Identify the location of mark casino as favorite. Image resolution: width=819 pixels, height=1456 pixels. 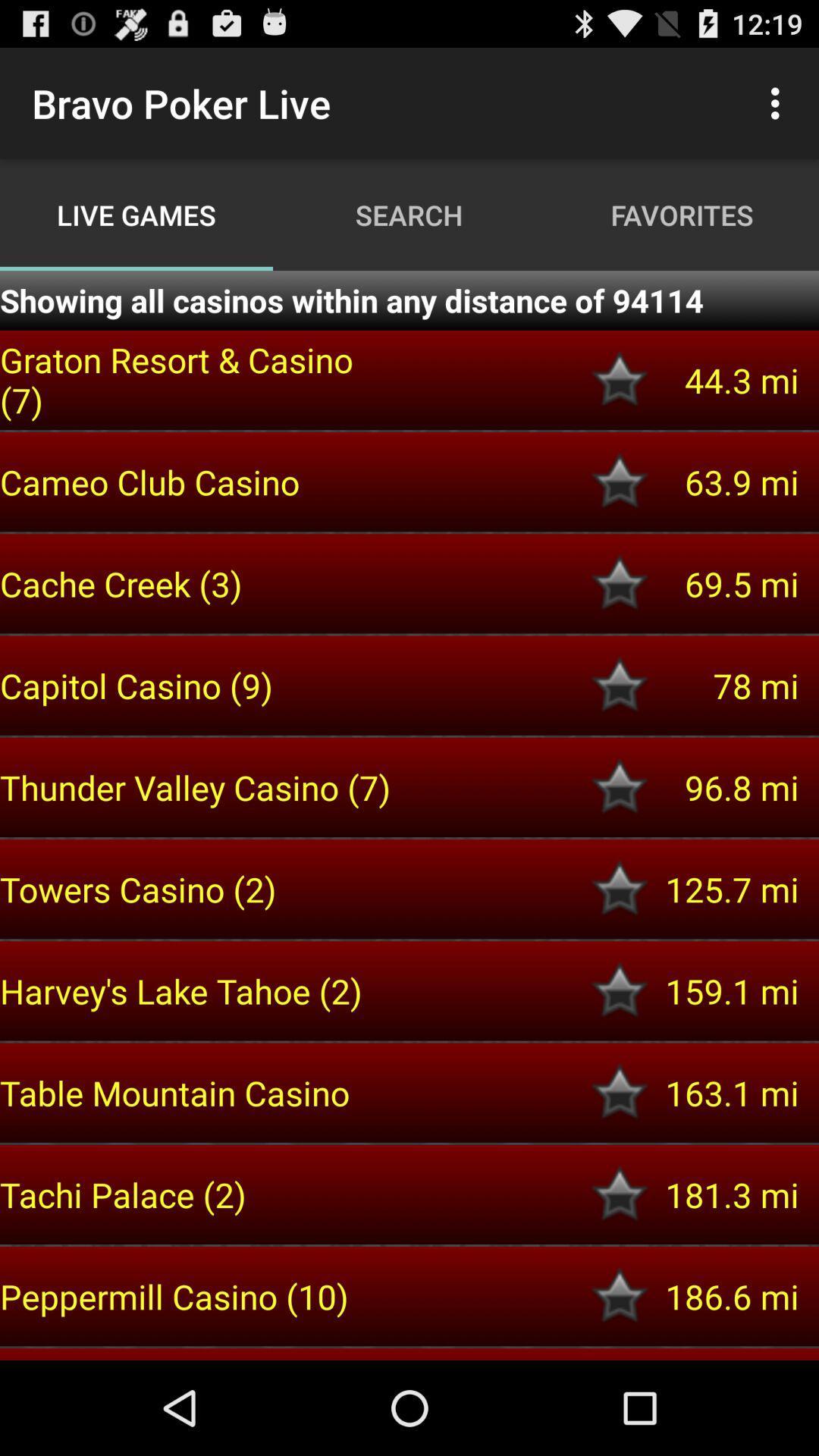
(620, 1295).